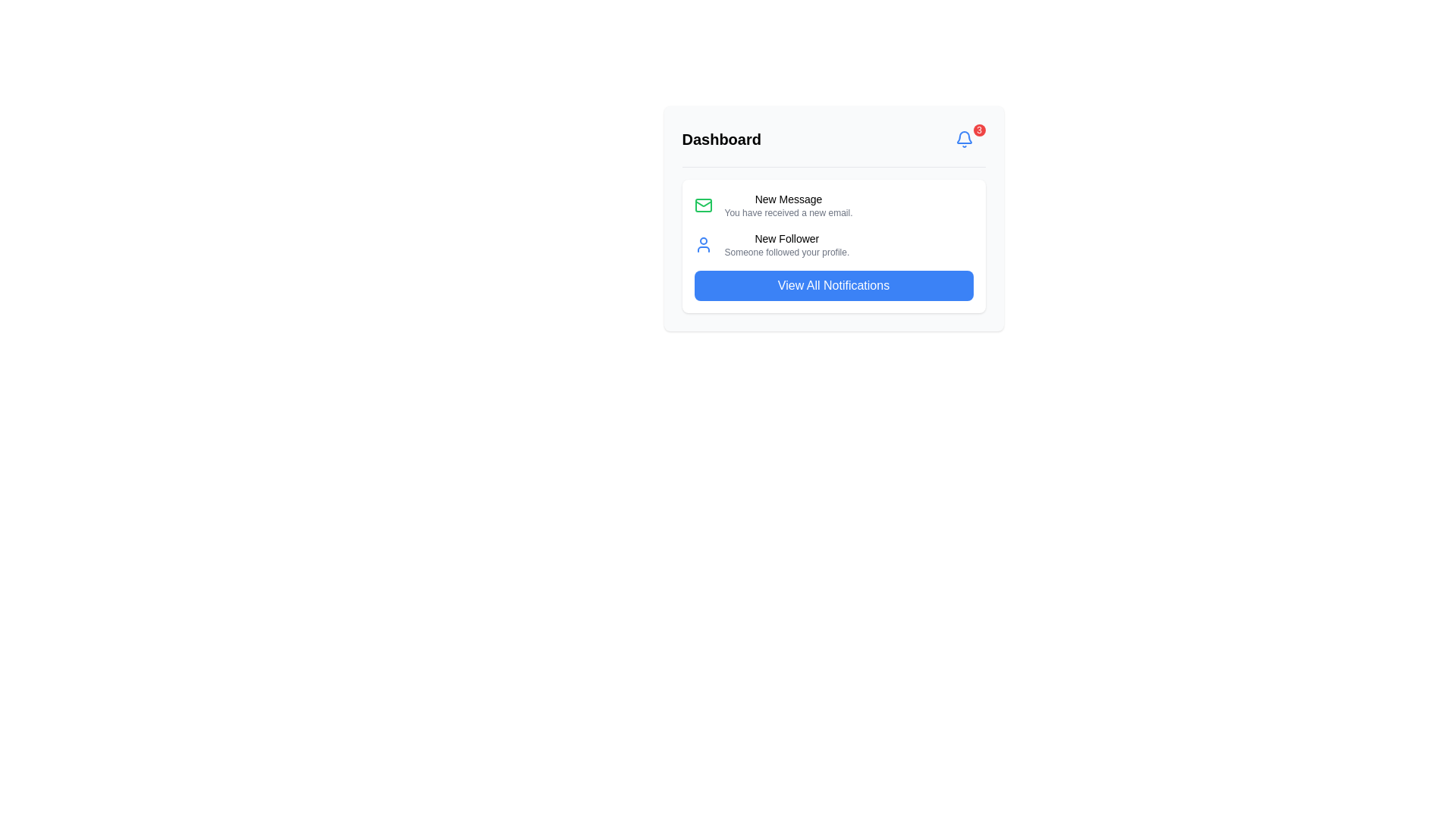 The image size is (1456, 819). Describe the element at coordinates (786, 251) in the screenshot. I see `the descriptive text block that states 'Someone followed your profile.' located below the 'New Follower' heading in the notifications section` at that location.